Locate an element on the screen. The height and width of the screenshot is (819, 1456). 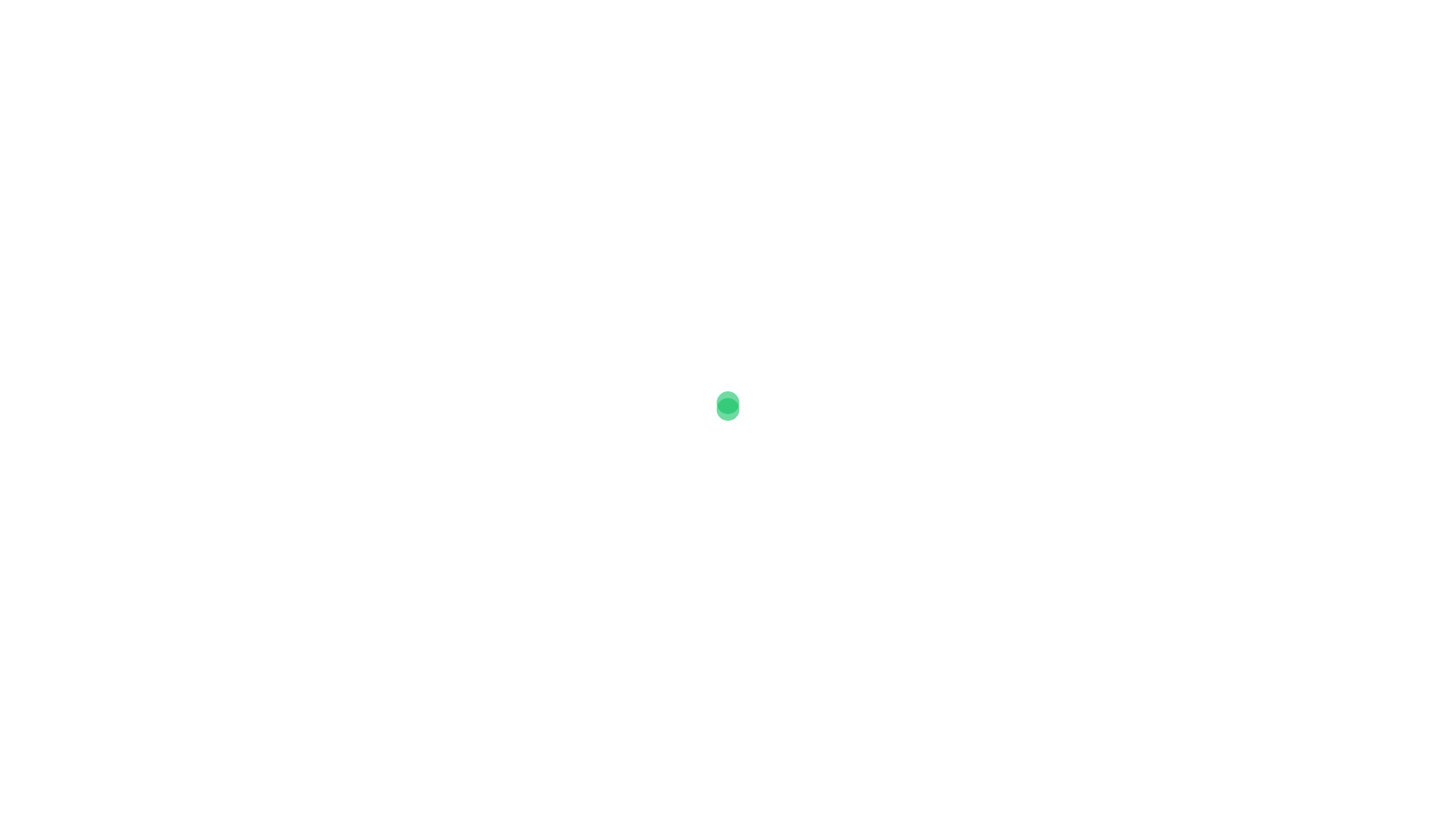
'Klimaattafel' is located at coordinates (431, 175).